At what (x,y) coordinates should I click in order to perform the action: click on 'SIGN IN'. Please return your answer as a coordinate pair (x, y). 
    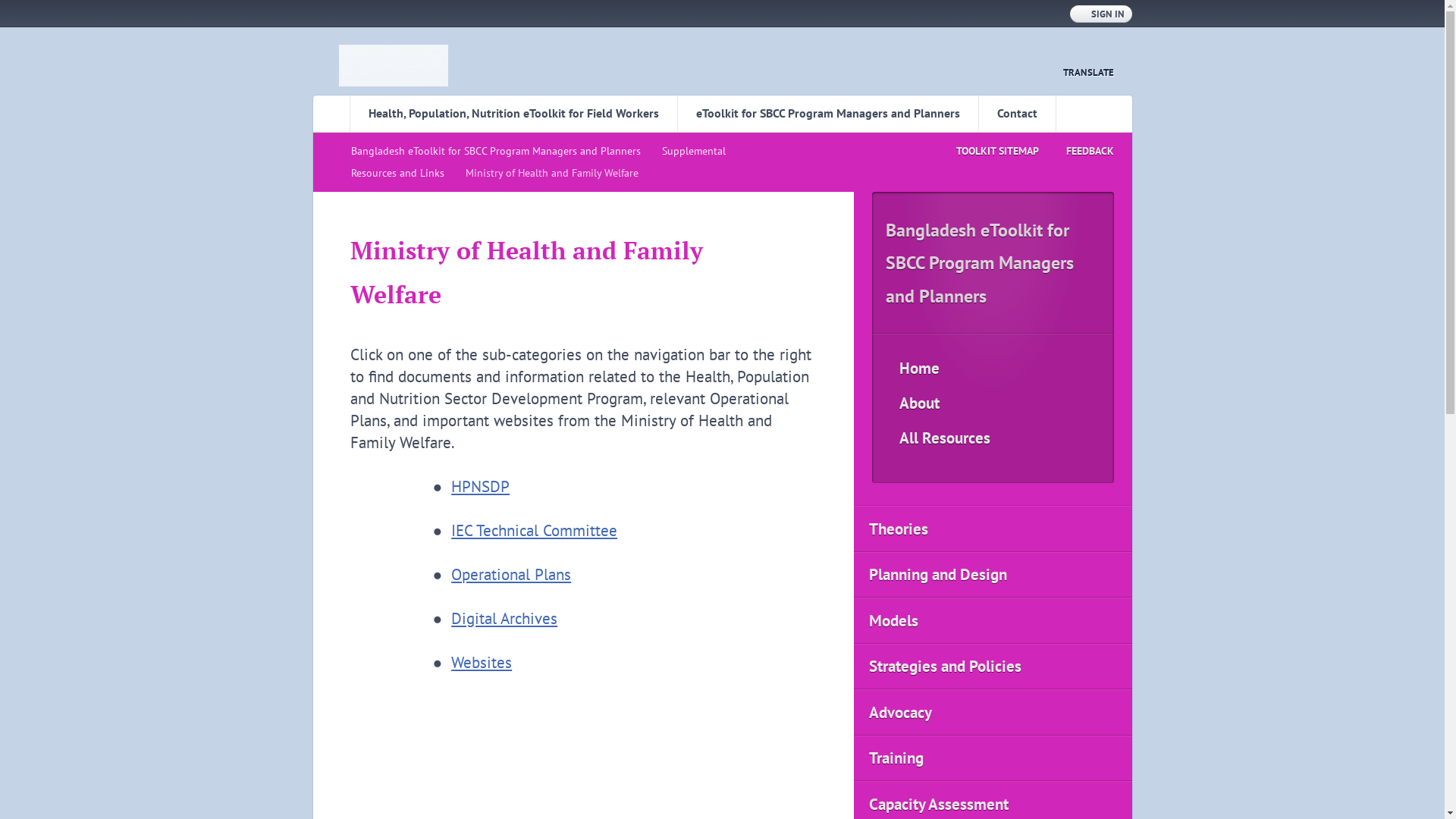
    Looking at the image, I should click on (1100, 14).